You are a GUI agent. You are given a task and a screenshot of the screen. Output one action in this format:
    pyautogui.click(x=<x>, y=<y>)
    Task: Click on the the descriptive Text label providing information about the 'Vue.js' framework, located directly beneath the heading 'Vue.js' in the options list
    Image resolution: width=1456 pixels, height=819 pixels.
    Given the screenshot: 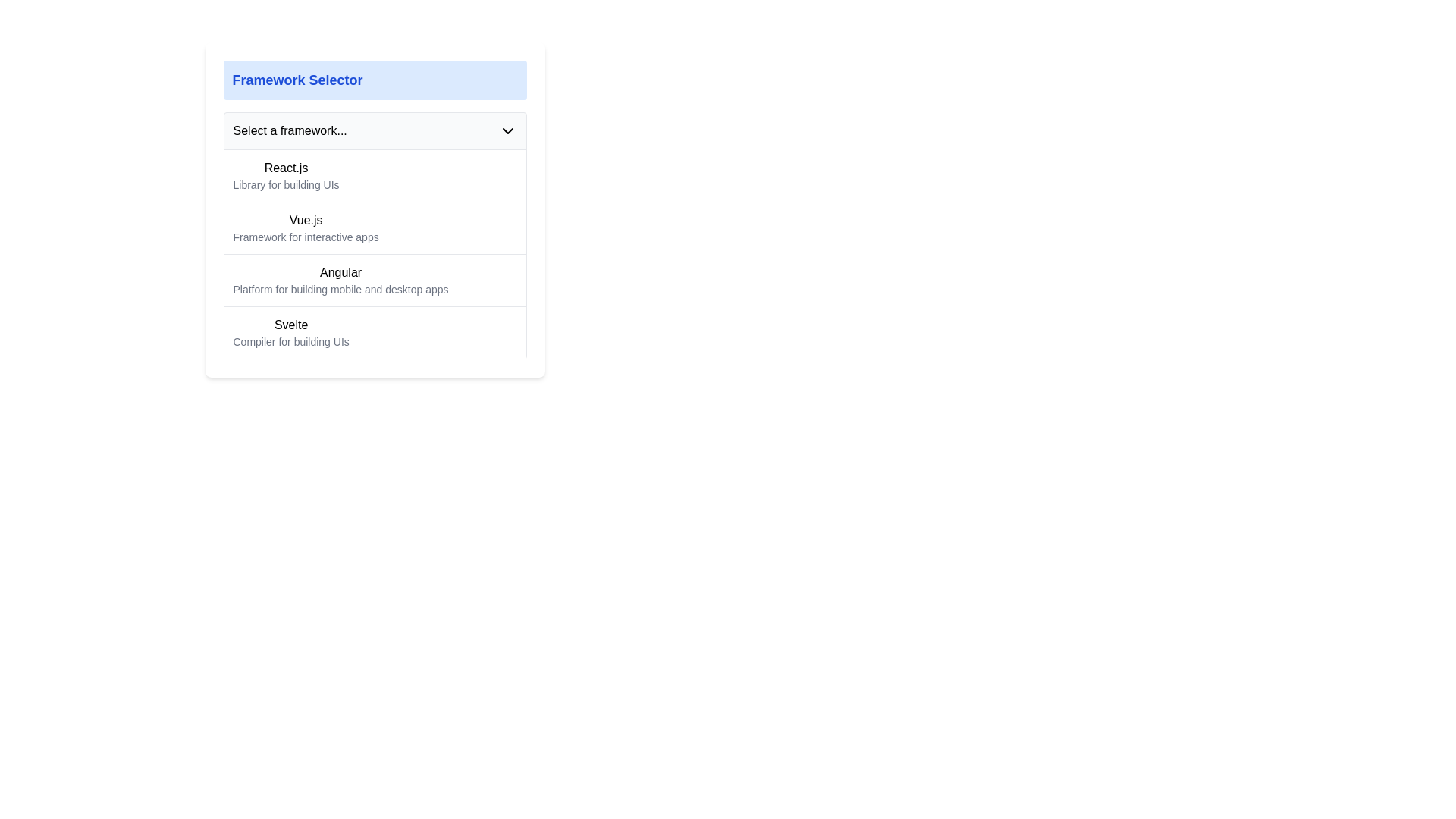 What is the action you would take?
    pyautogui.click(x=305, y=237)
    